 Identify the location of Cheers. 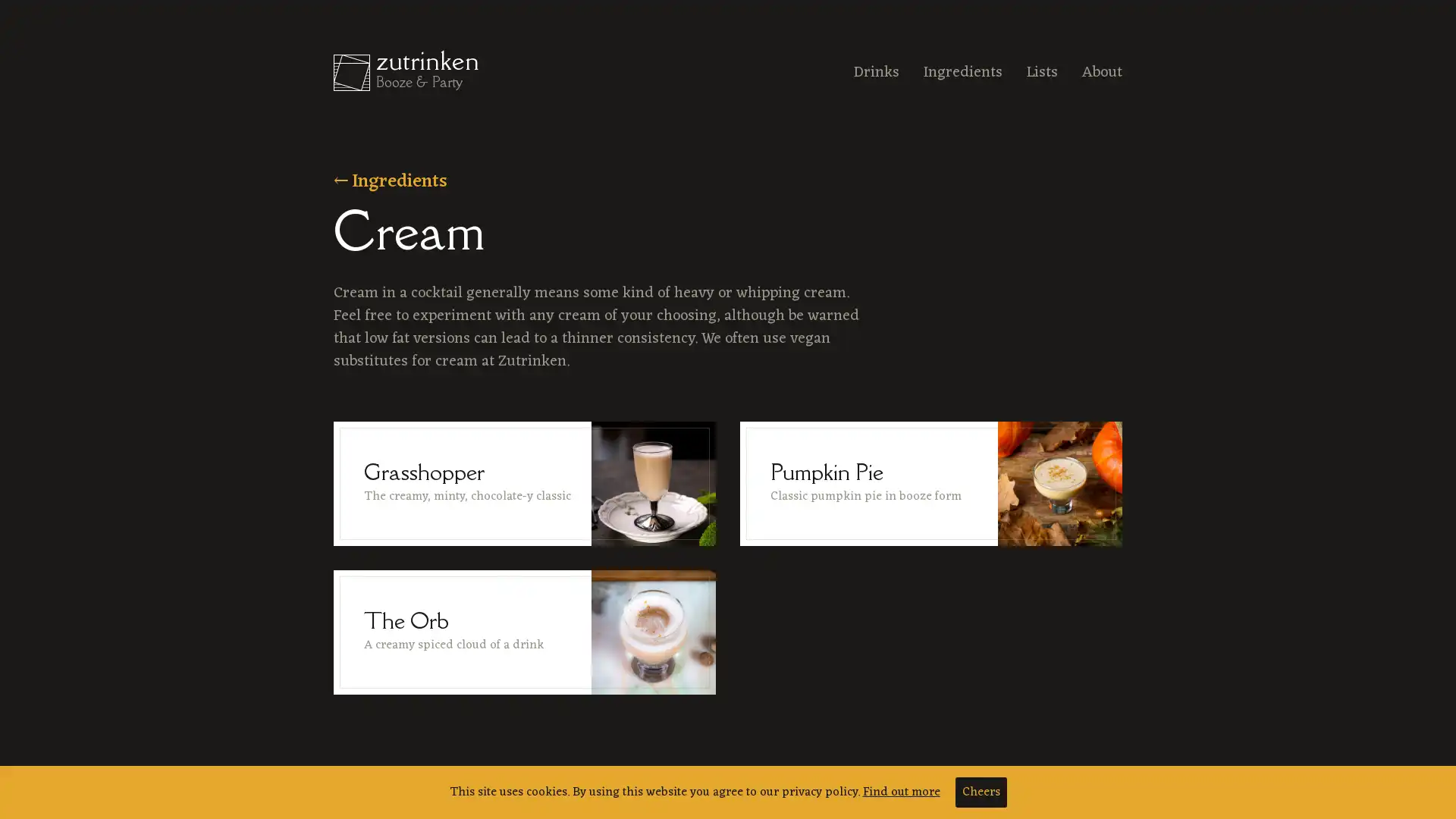
(980, 792).